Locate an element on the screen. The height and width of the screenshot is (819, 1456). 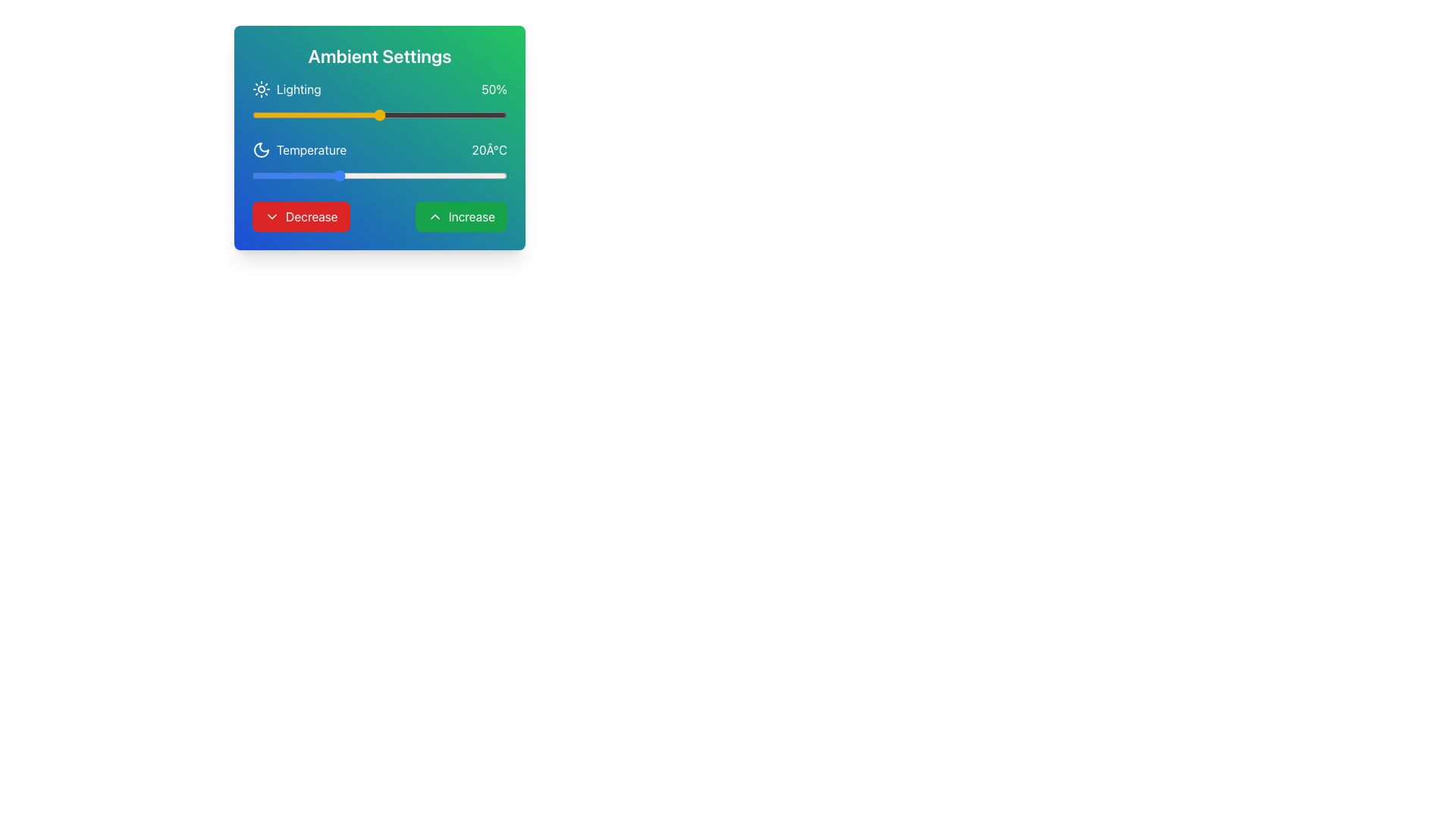
the icon that indicates an action of increasing, which is located inside the 'Increase' button at the bottom-right corner of the 'Ambient Settings' card is located at coordinates (434, 216).